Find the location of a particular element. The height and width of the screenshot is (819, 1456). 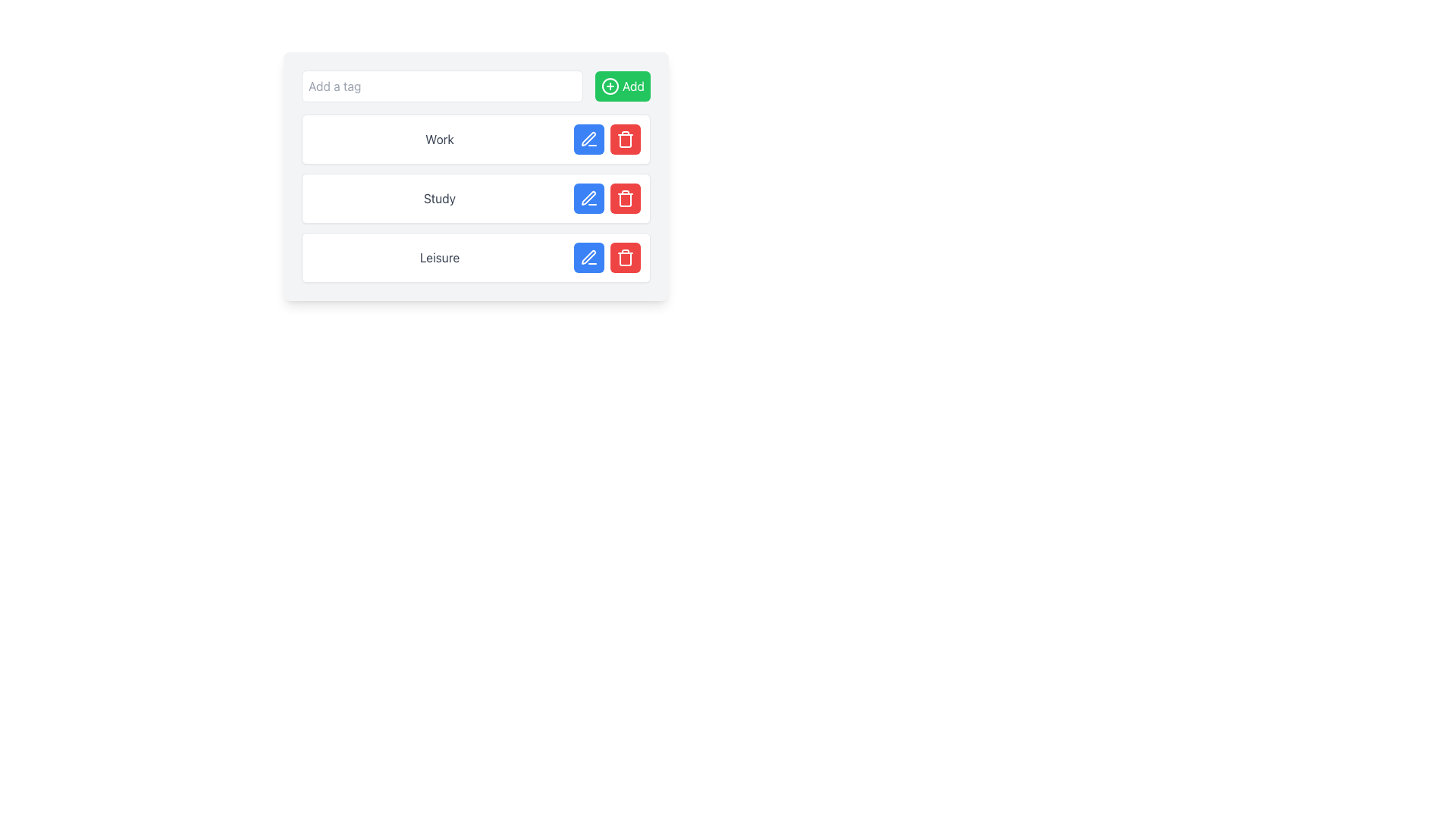

the small red delete button with a trash bin icon located to the right of the 'Work' text is located at coordinates (626, 140).